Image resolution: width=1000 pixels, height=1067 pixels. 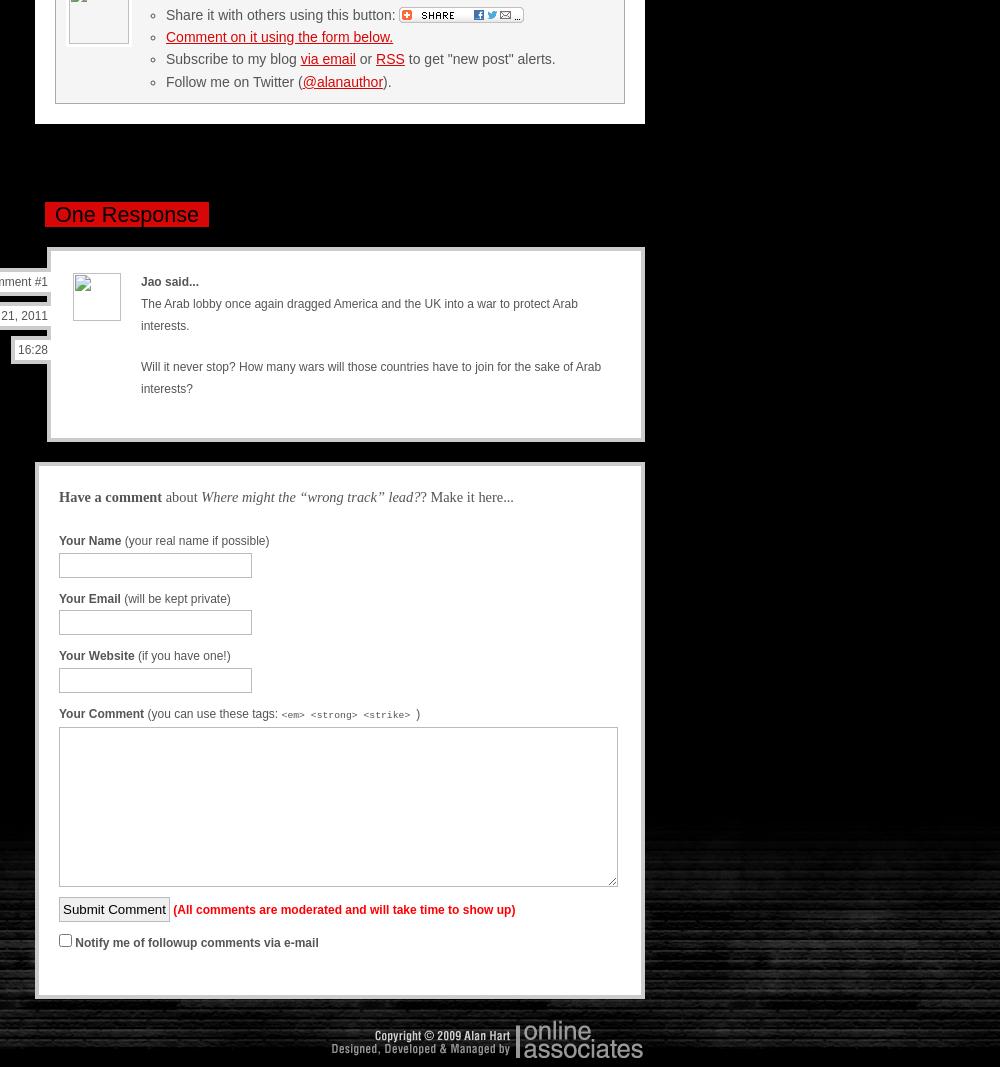 What do you see at coordinates (364, 58) in the screenshot?
I see `'or'` at bounding box center [364, 58].